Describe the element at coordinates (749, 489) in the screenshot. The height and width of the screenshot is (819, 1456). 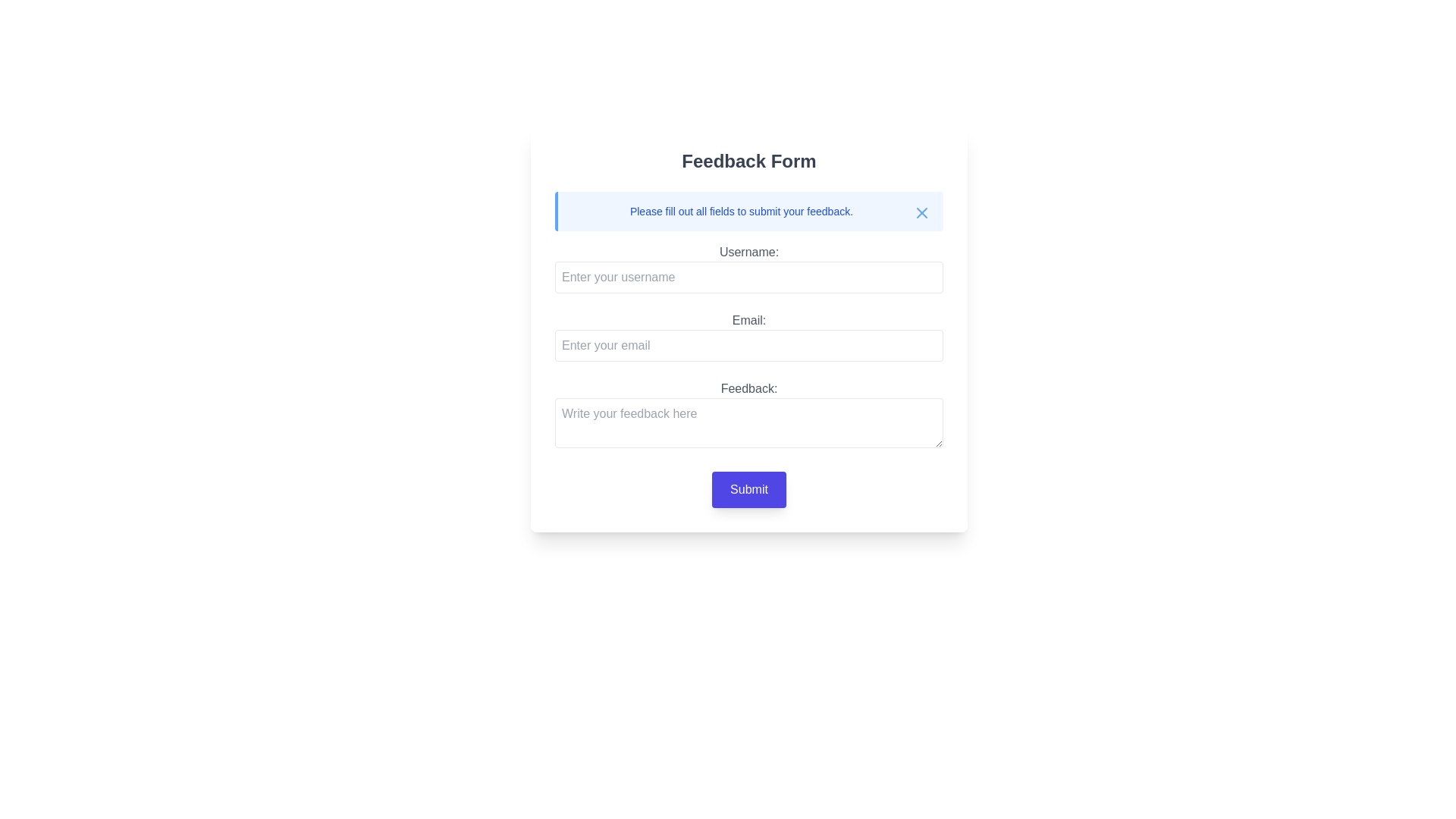
I see `the 'Submit' button located at the bottom of the form to observe the hover effect` at that location.